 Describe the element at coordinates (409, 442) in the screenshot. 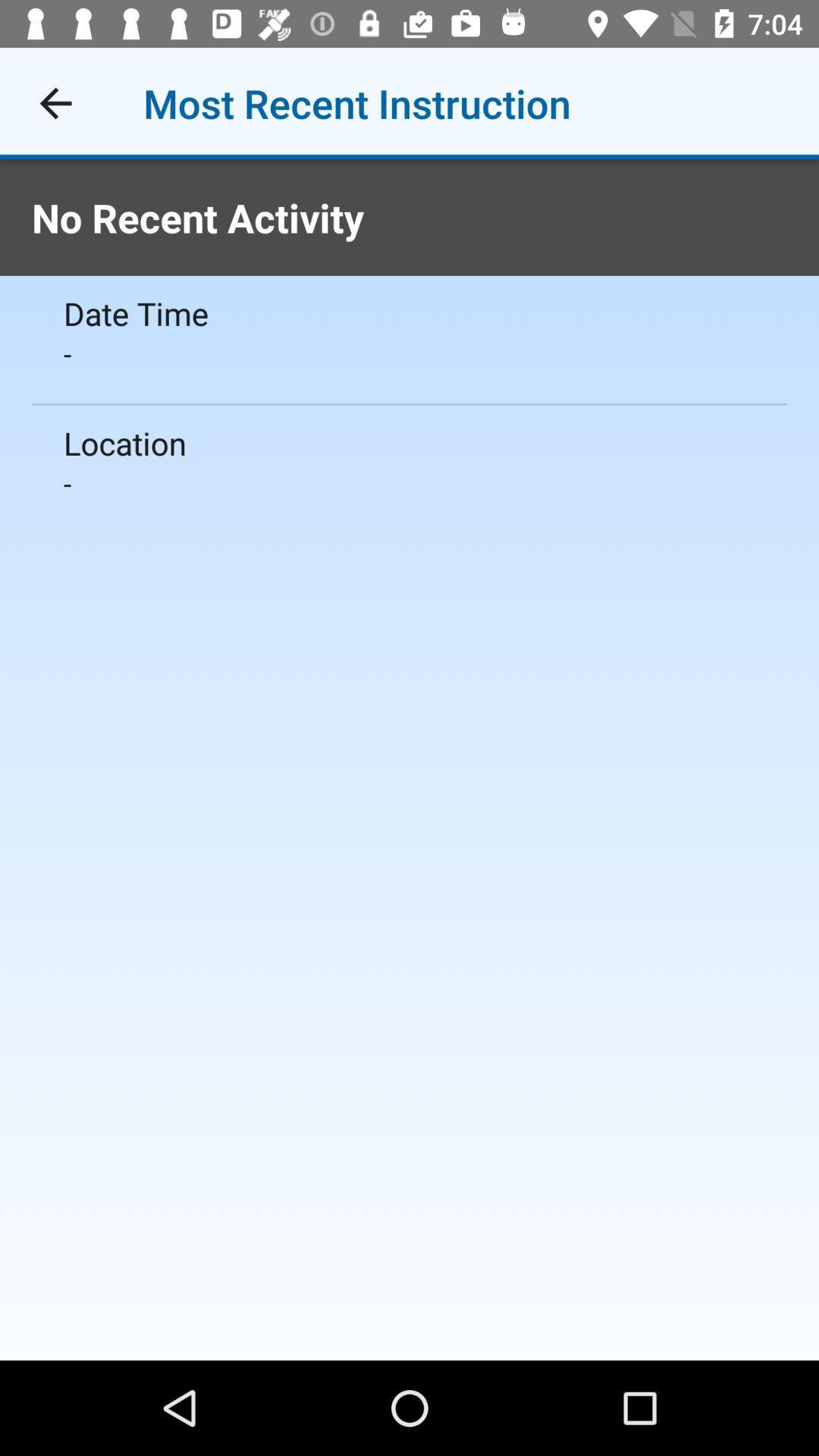

I see `the icon above - item` at that location.